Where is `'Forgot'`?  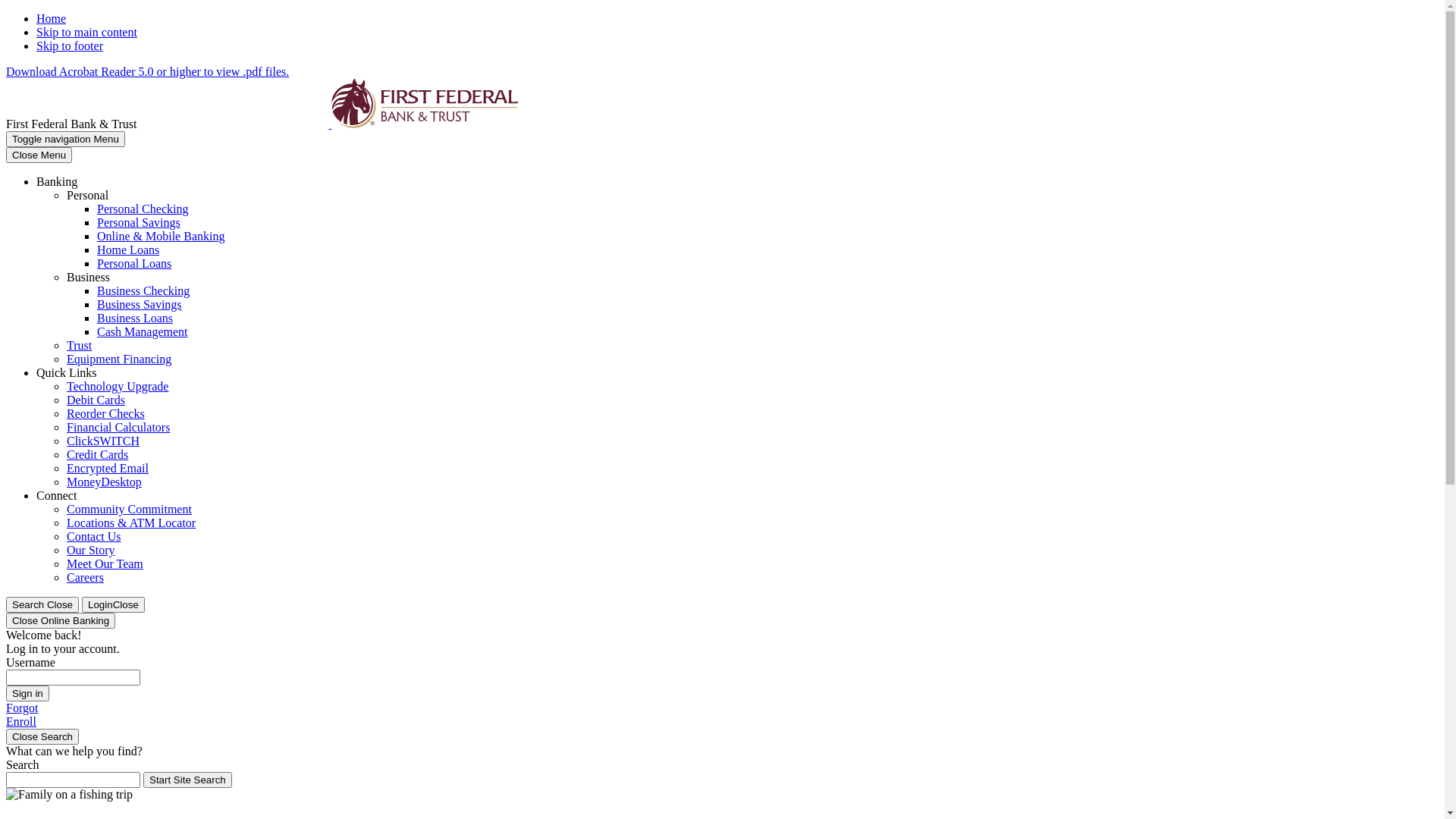
'Forgot' is located at coordinates (21, 708).